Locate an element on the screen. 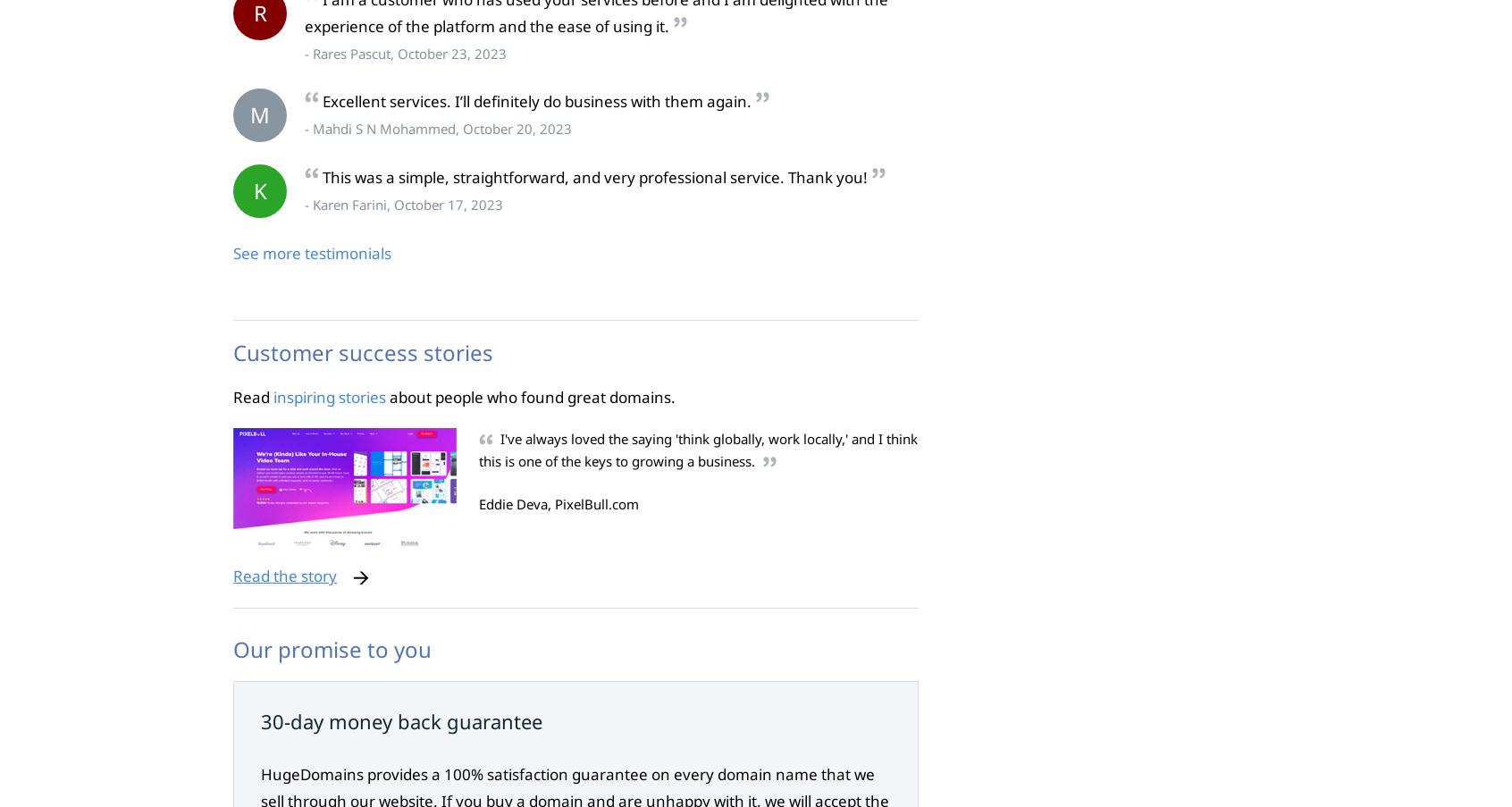  'Customer success stories' is located at coordinates (363, 350).